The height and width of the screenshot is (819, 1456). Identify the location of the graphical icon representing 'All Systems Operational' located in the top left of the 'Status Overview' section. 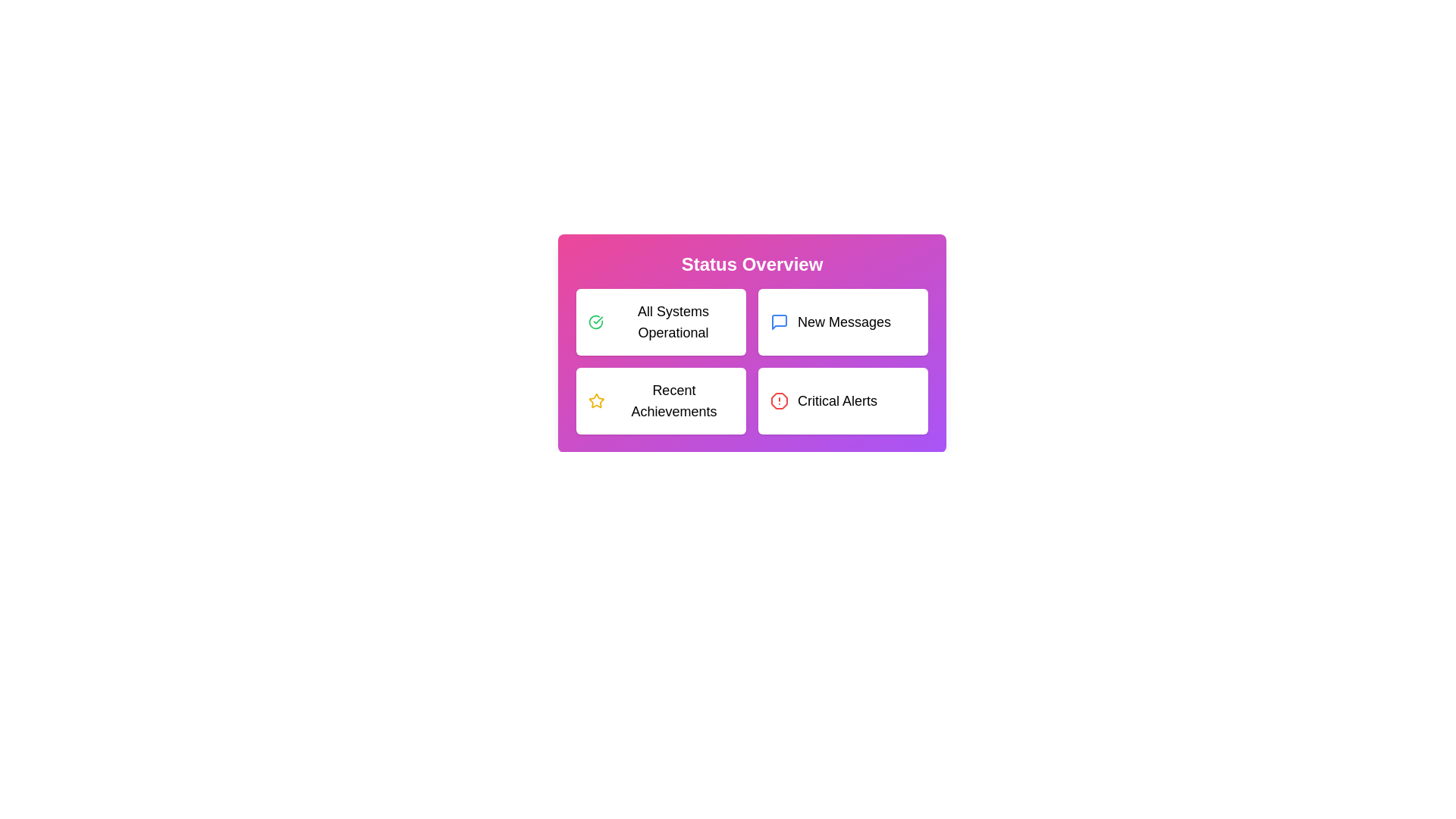
(595, 321).